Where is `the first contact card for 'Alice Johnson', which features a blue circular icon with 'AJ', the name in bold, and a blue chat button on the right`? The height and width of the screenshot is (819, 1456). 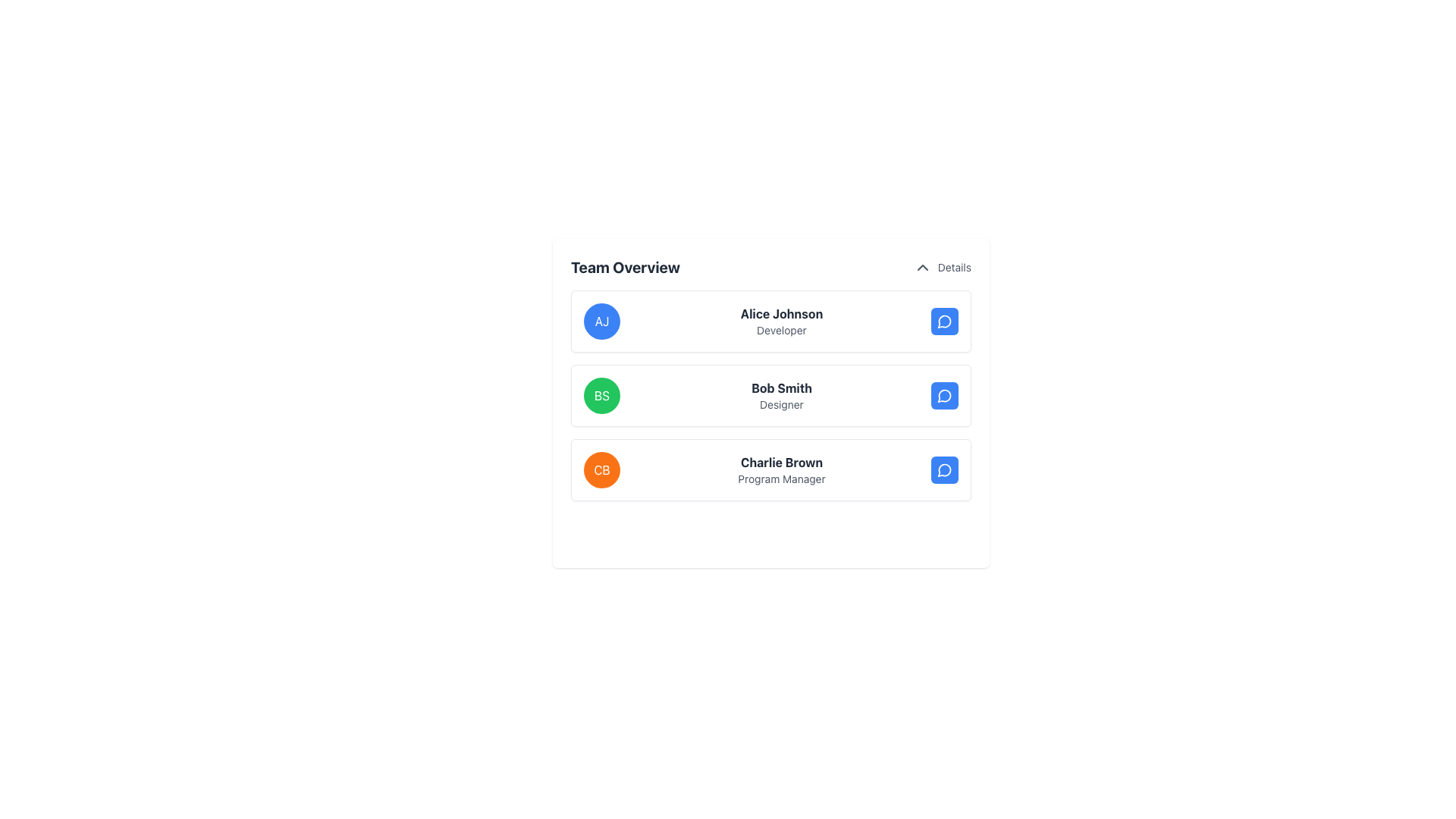
the first contact card for 'Alice Johnson', which features a blue circular icon with 'AJ', the name in bold, and a blue chat button on the right is located at coordinates (771, 321).